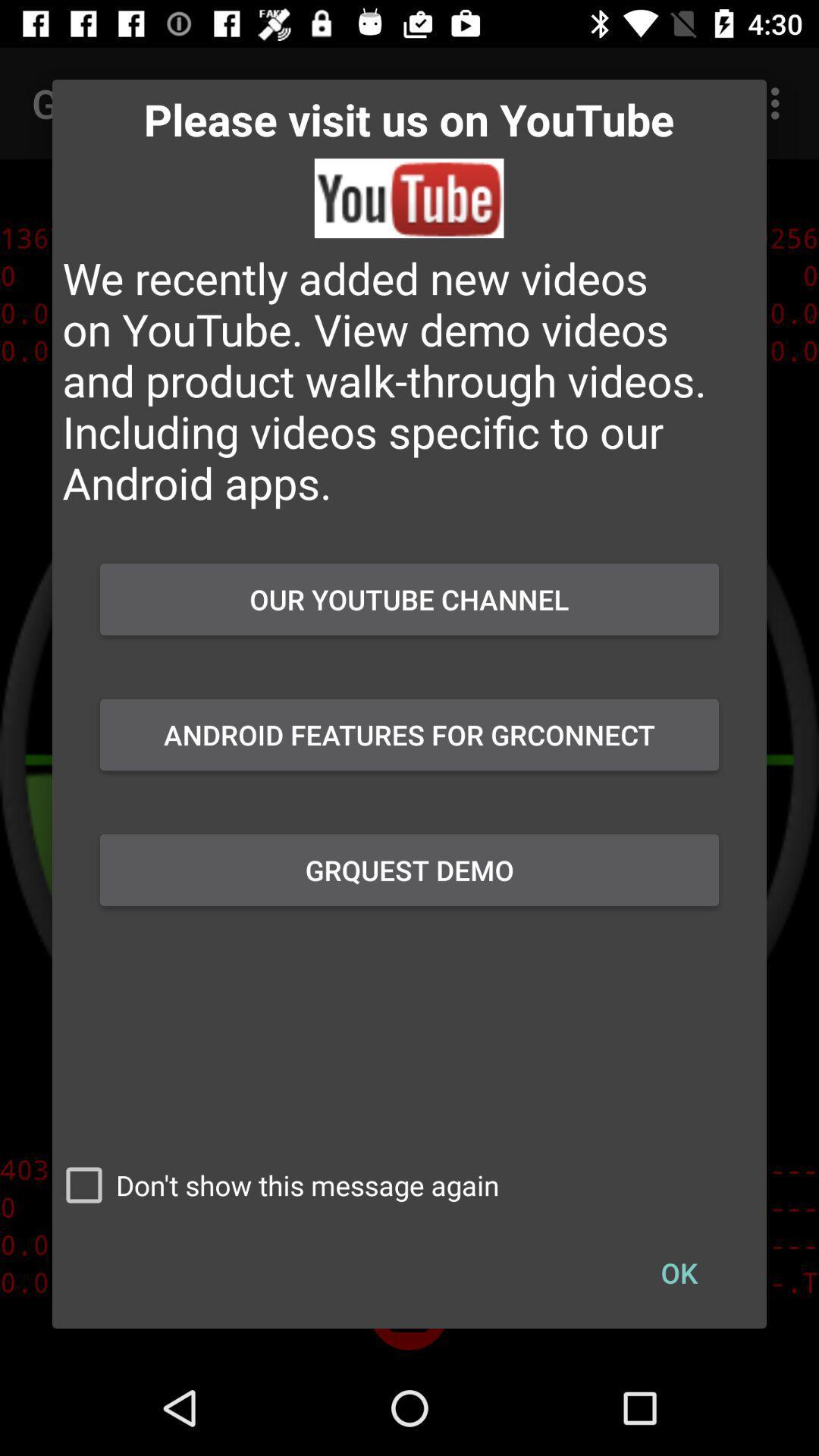 The image size is (819, 1456). I want to click on button below grquest demo, so click(678, 1272).